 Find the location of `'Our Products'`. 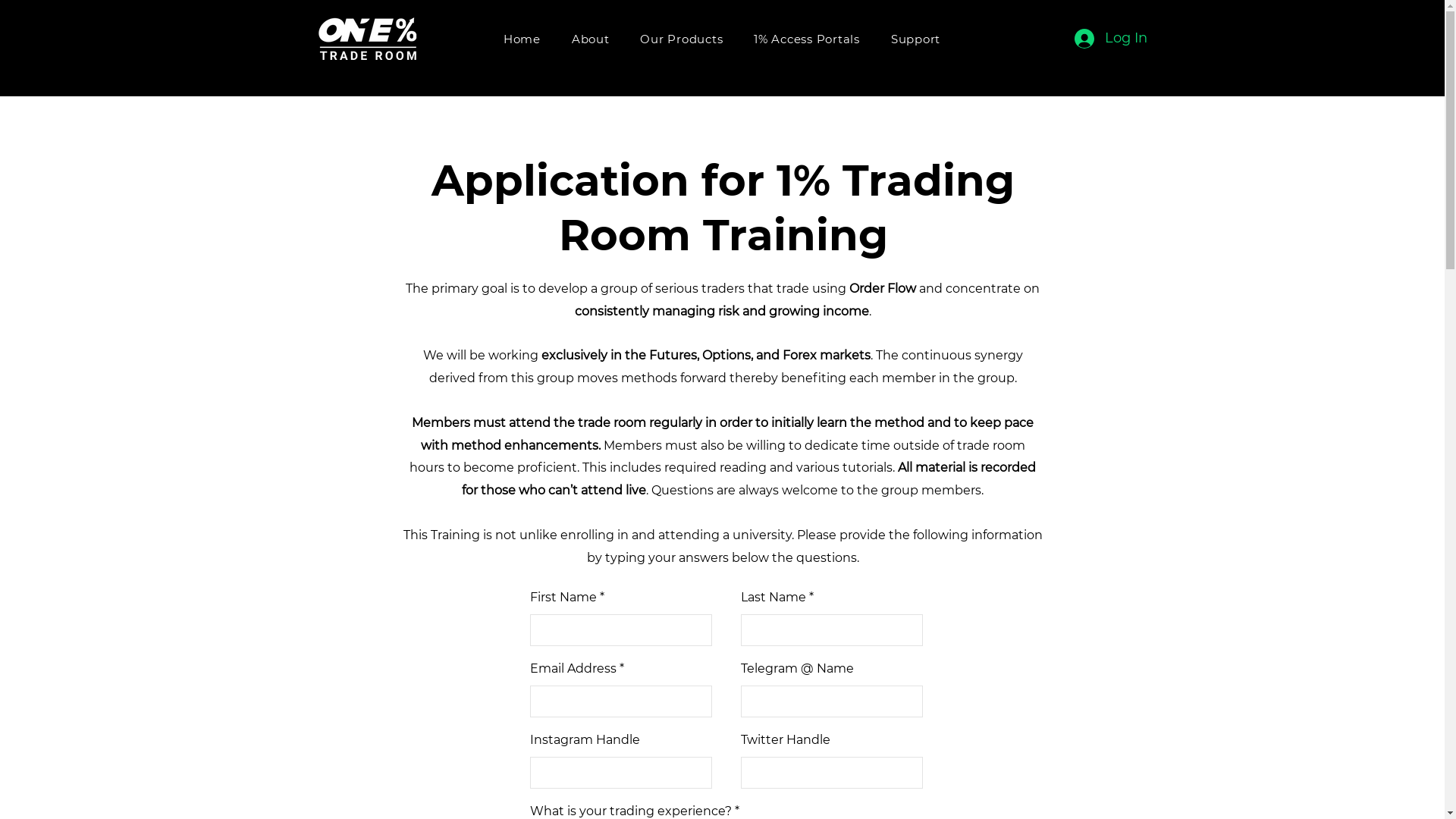

'Our Products' is located at coordinates (680, 38).